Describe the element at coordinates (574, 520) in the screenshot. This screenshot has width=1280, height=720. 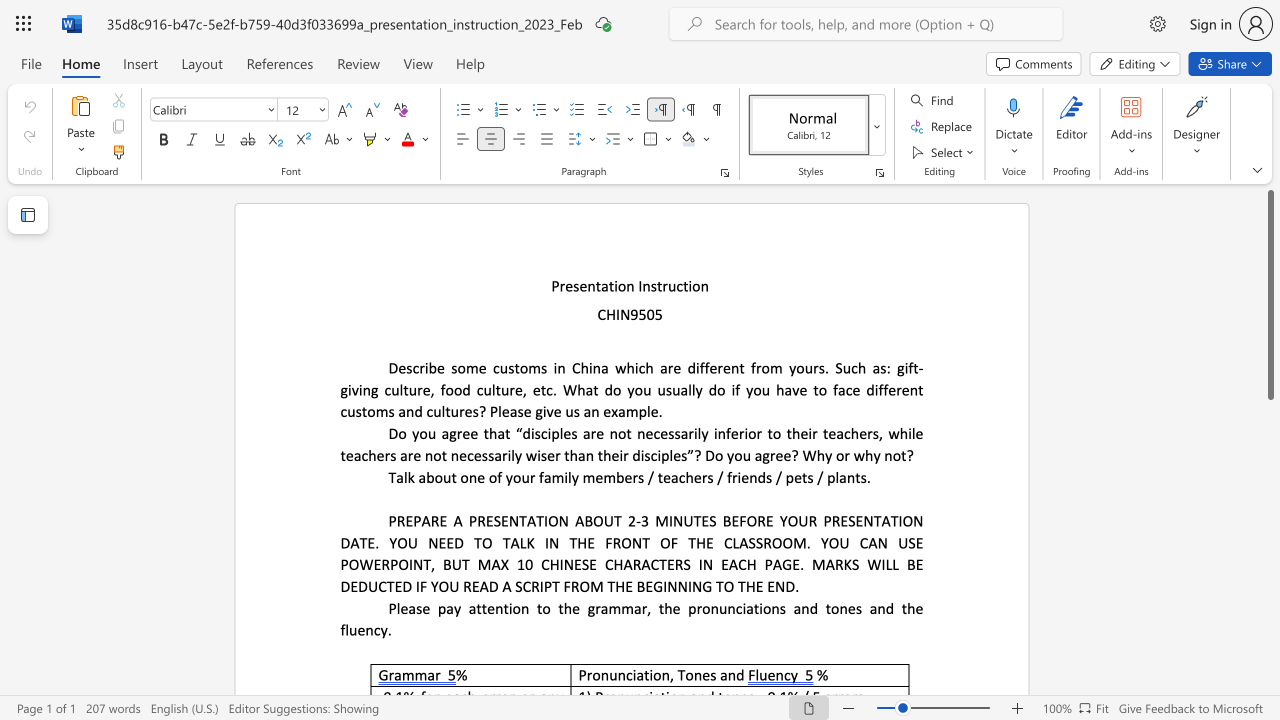
I see `the subset text "ABOU" within the text "PREPARE A PRESENTATION ABOUT 2"` at that location.